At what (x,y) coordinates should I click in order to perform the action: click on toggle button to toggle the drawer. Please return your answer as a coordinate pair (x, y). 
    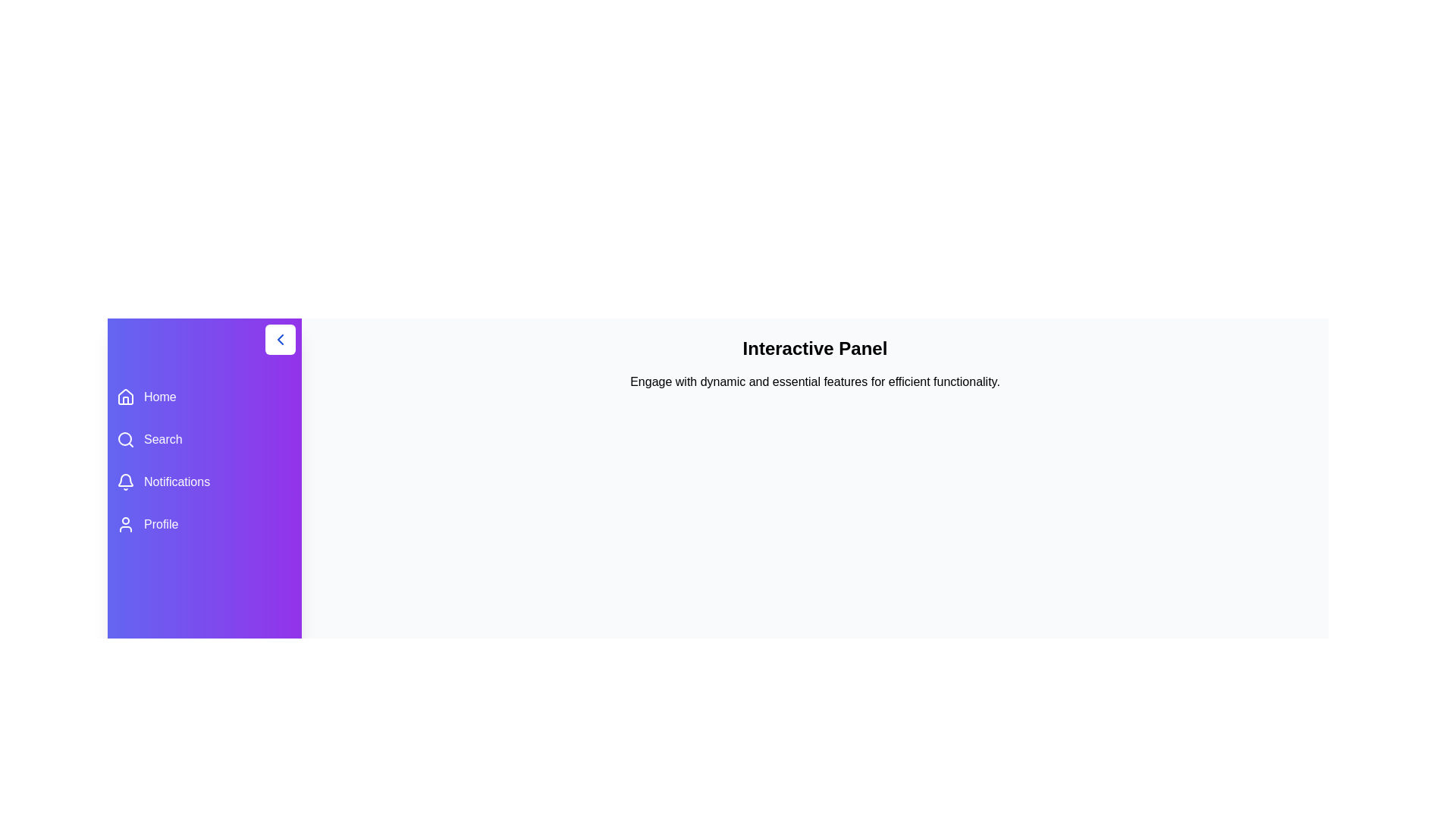
    Looking at the image, I should click on (280, 338).